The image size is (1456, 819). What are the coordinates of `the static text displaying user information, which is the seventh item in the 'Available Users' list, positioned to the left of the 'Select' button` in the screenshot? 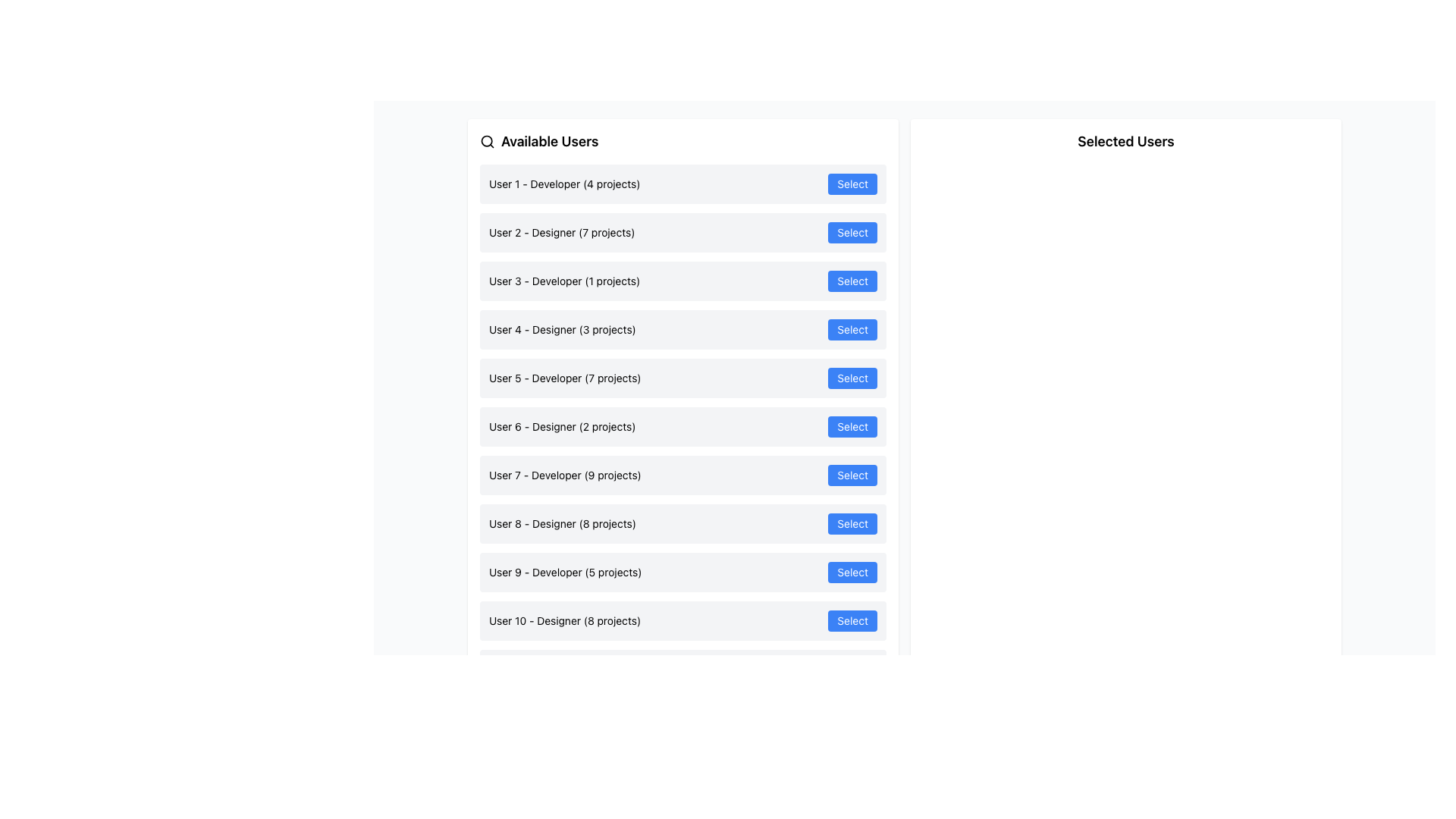 It's located at (564, 475).